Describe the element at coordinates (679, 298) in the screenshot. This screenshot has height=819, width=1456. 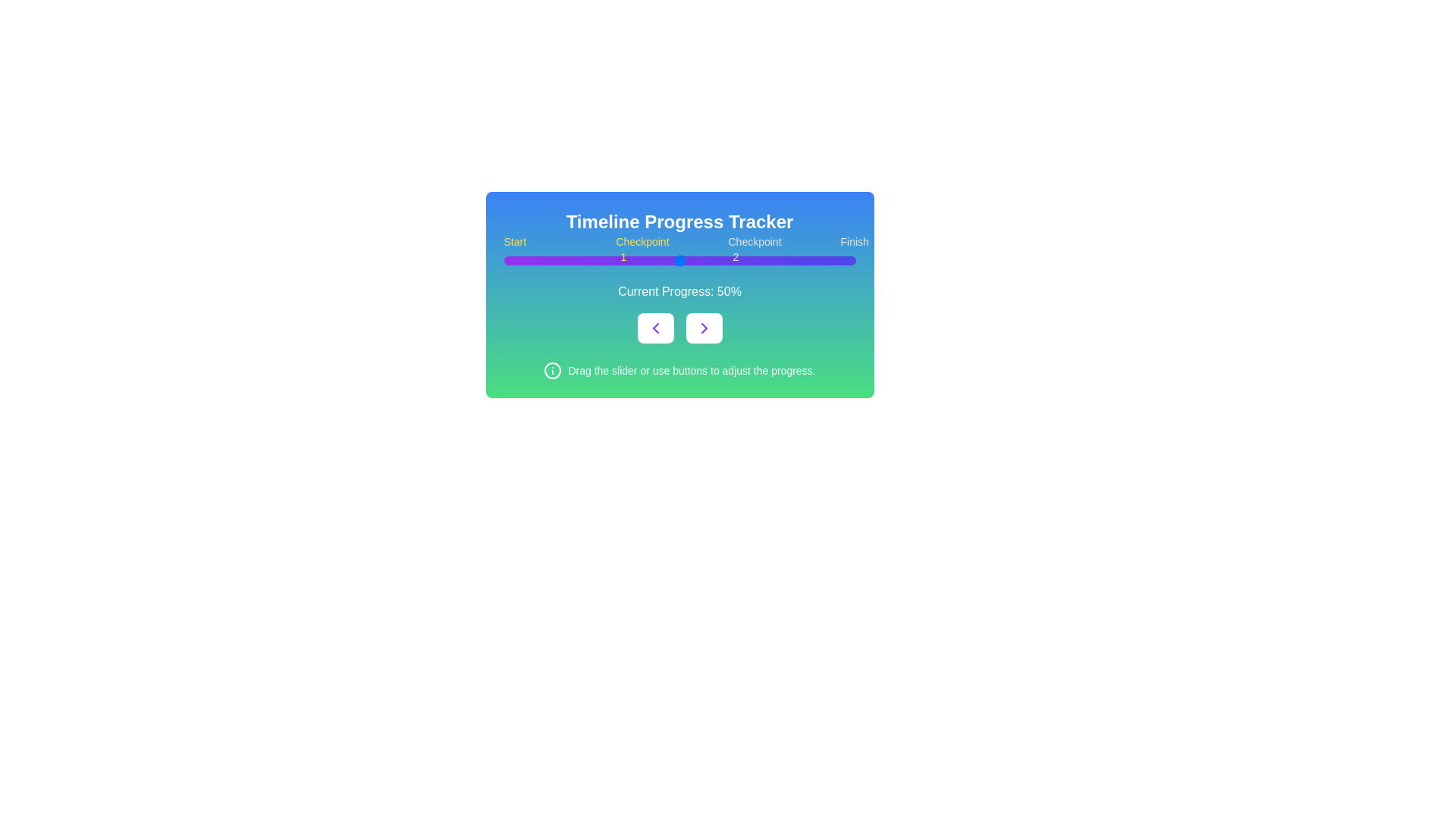
I see `the progress bar component of the Composite Component` at that location.